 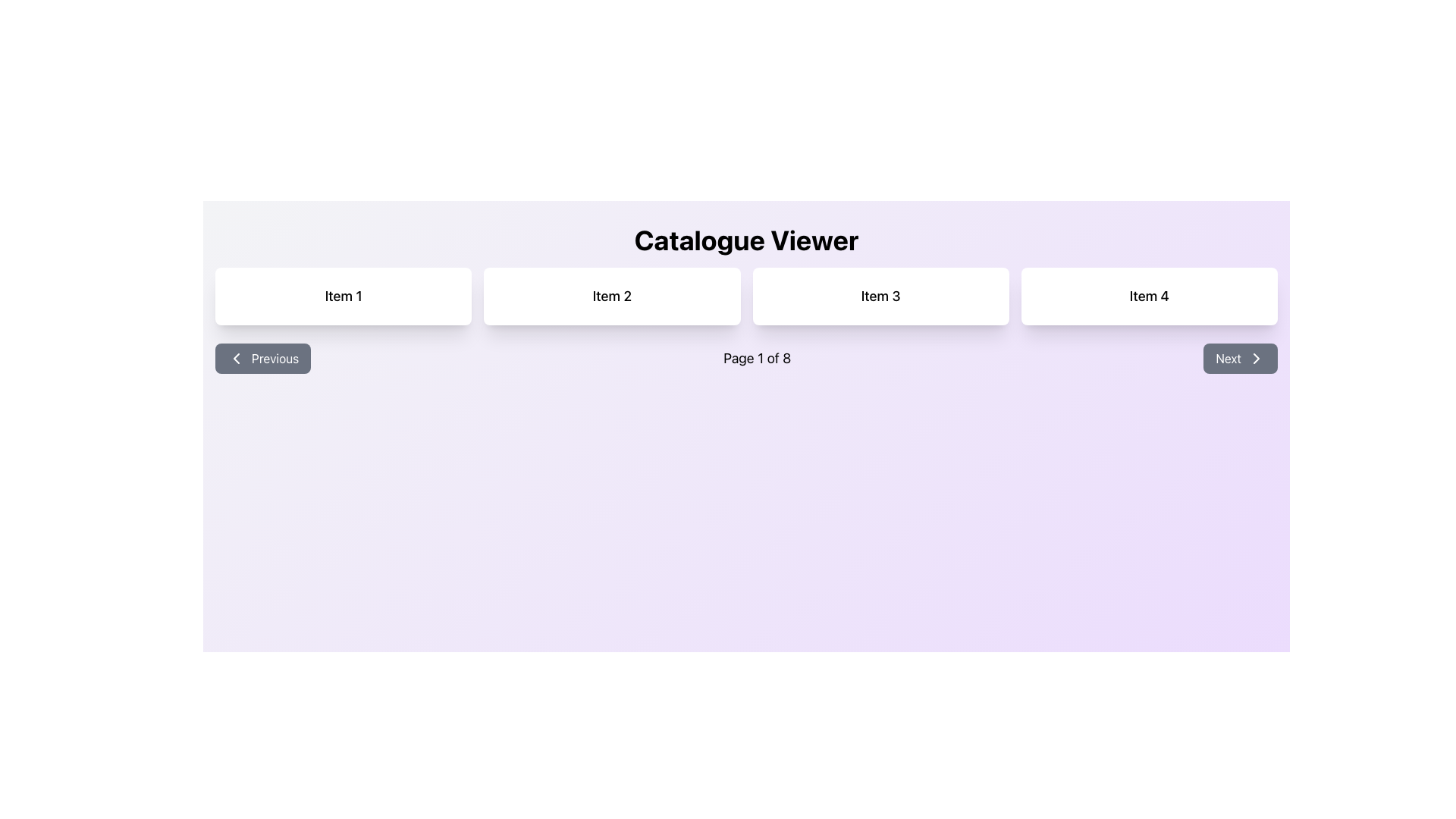 I want to click on the leftwards chevron icon located to the left of the 'Previous' button, so click(x=236, y=359).